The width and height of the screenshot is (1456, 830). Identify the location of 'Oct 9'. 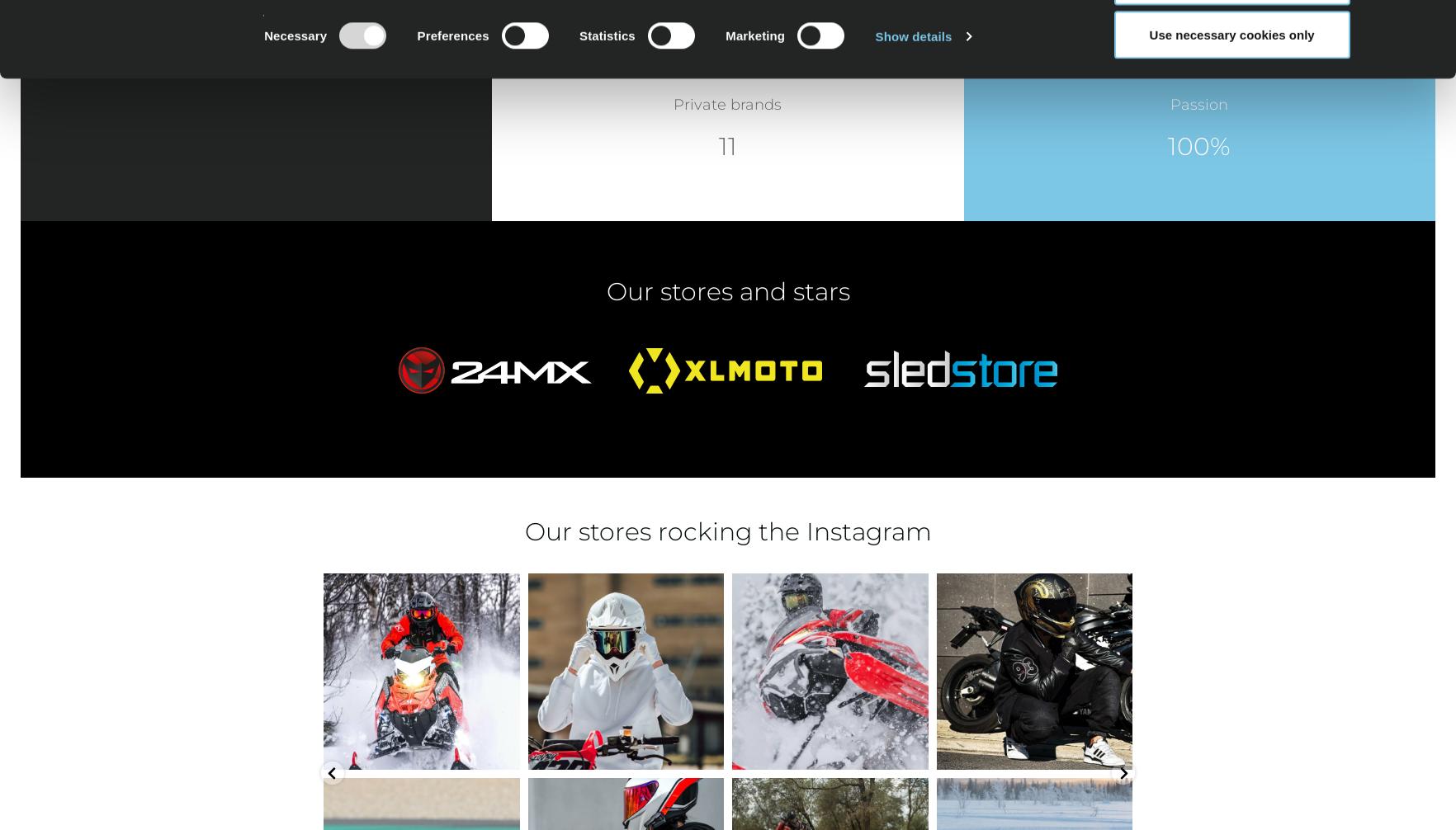
(834, 750).